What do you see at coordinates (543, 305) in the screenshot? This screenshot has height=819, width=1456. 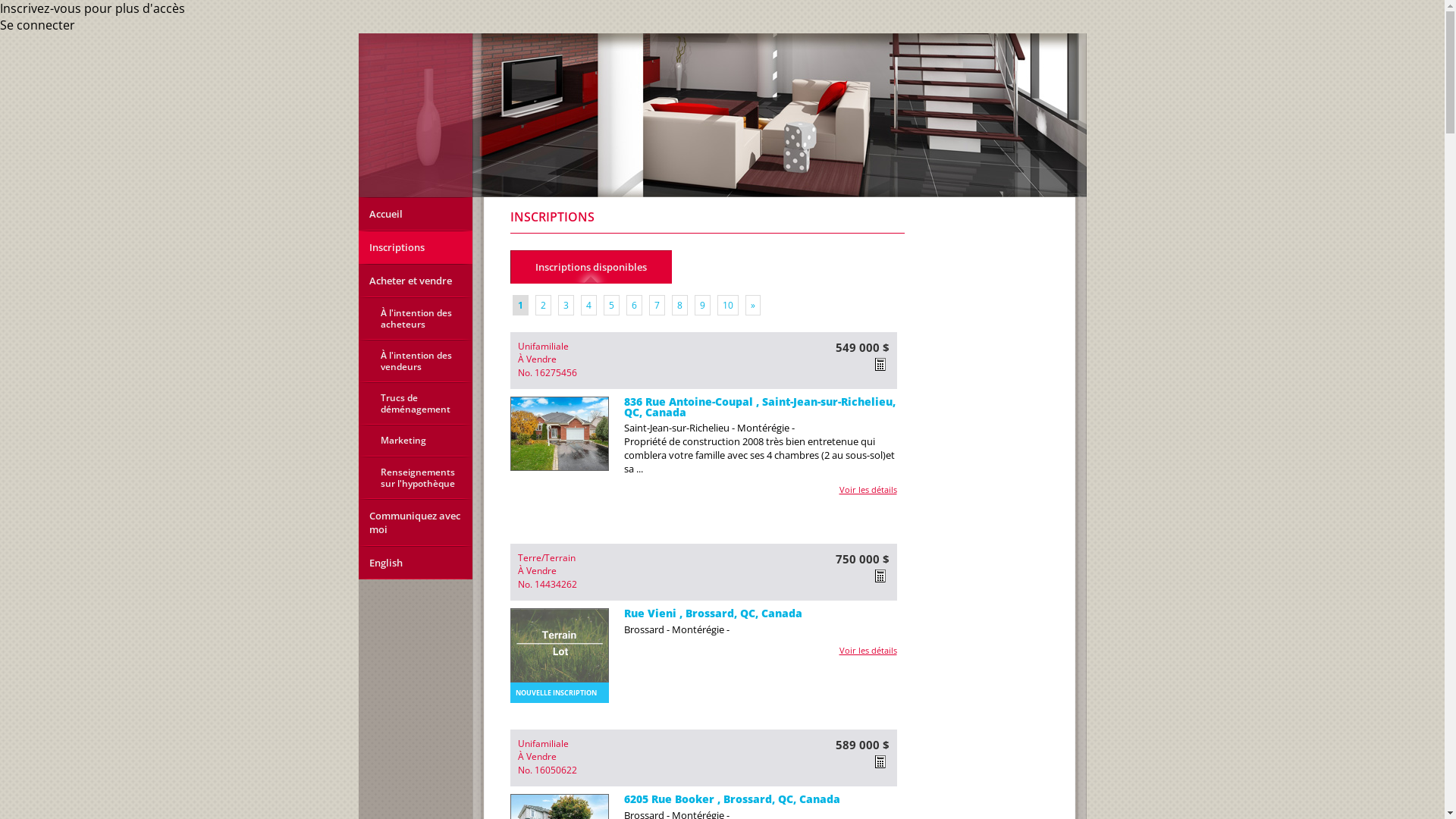 I see `'2'` at bounding box center [543, 305].